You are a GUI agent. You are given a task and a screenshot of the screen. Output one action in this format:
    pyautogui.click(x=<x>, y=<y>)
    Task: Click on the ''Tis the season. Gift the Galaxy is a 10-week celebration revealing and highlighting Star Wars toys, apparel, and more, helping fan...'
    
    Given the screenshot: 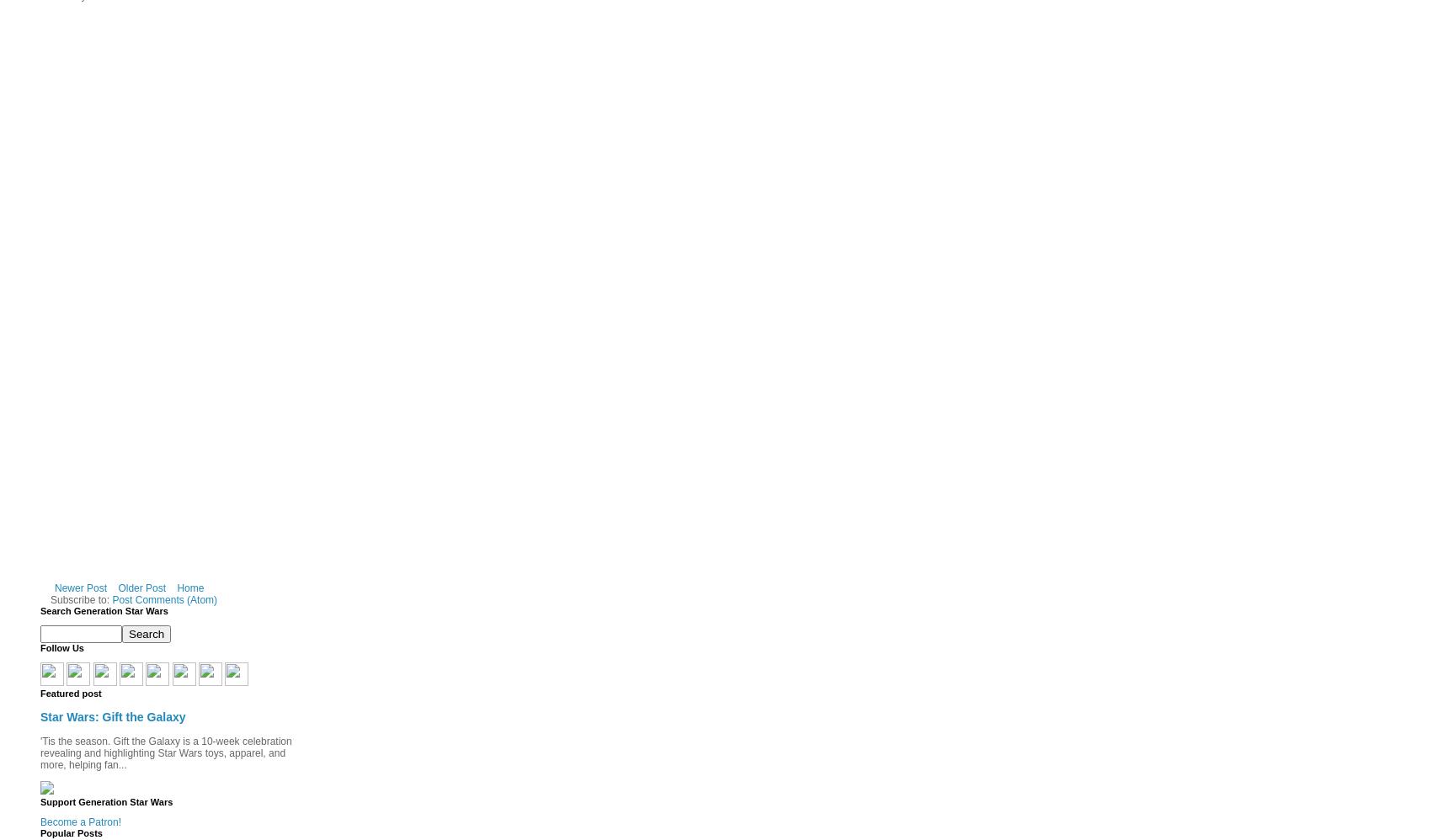 What is the action you would take?
    pyautogui.click(x=164, y=752)
    